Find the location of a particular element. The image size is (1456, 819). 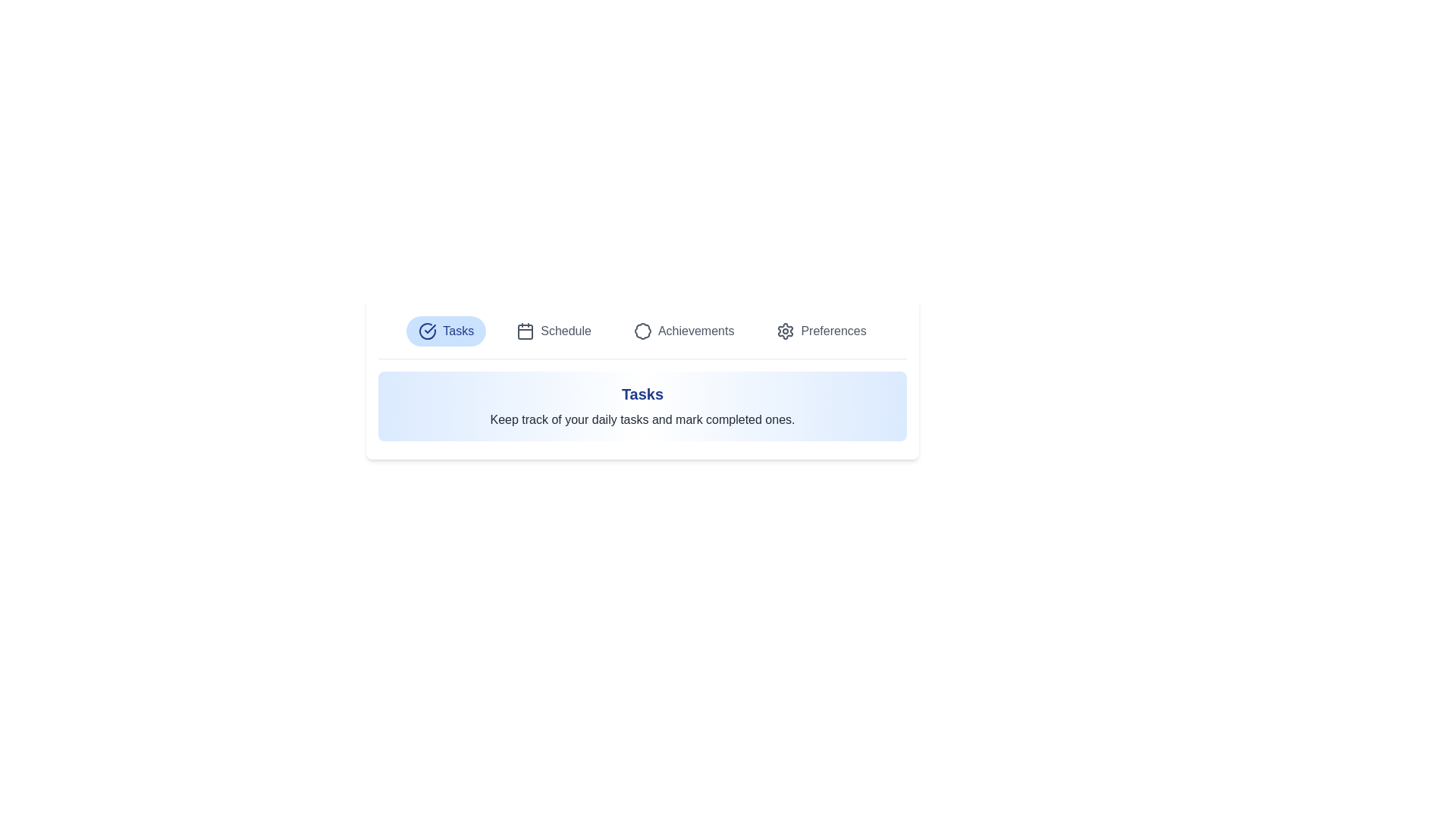

the rectangular shape with rounded corners inside the calendar icon, which is used for date or scheduling-related functions is located at coordinates (526, 331).